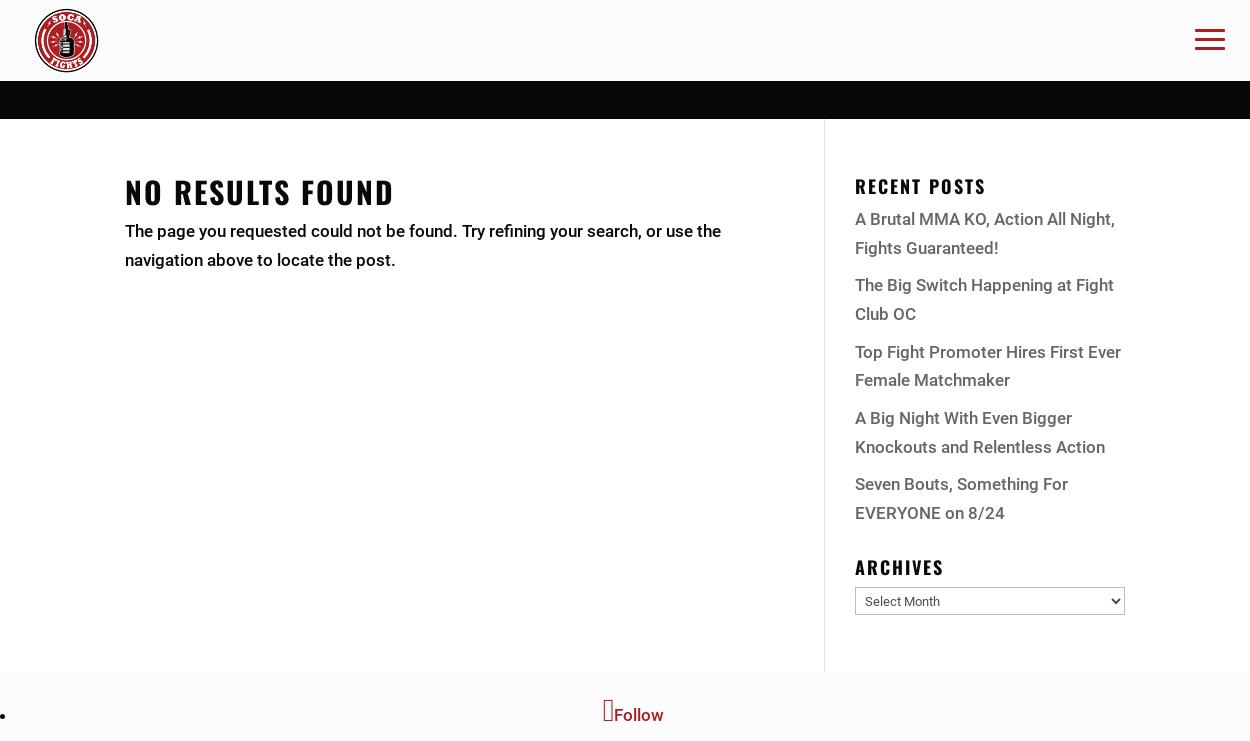 The width and height of the screenshot is (1250, 741). Describe the element at coordinates (125, 190) in the screenshot. I see `'No Results Found'` at that location.